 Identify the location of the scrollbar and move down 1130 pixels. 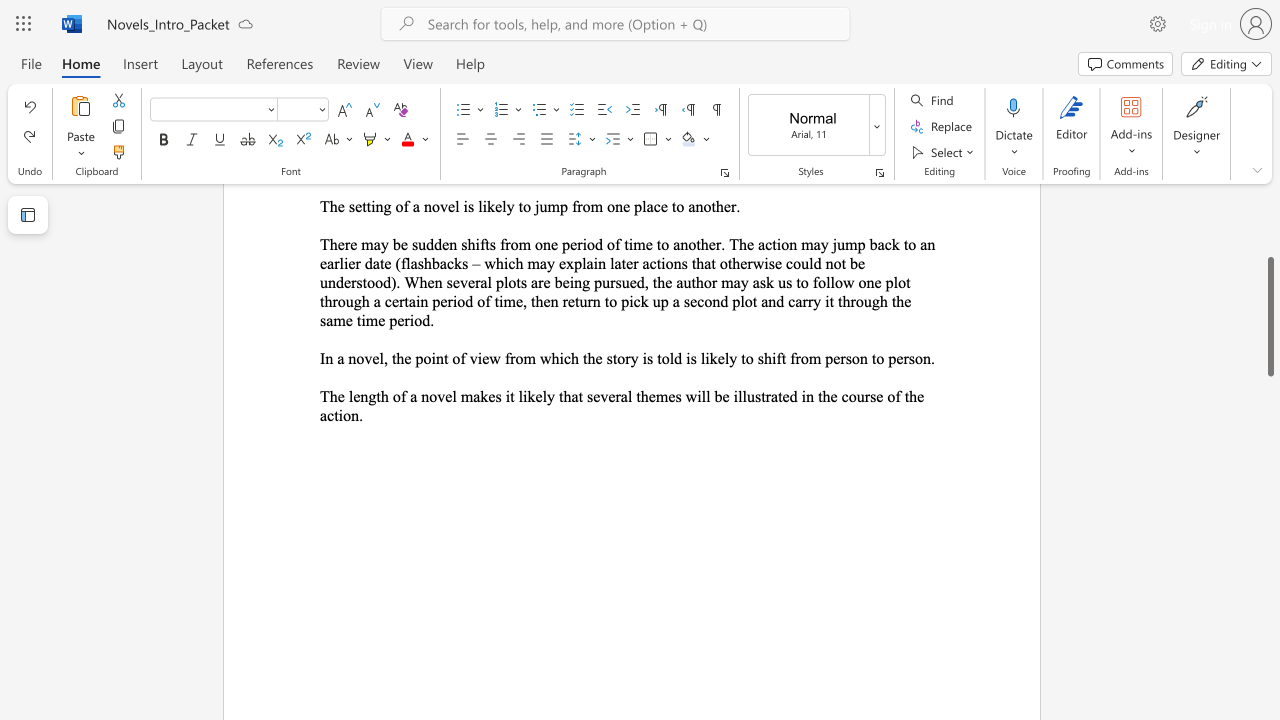
(1269, 315).